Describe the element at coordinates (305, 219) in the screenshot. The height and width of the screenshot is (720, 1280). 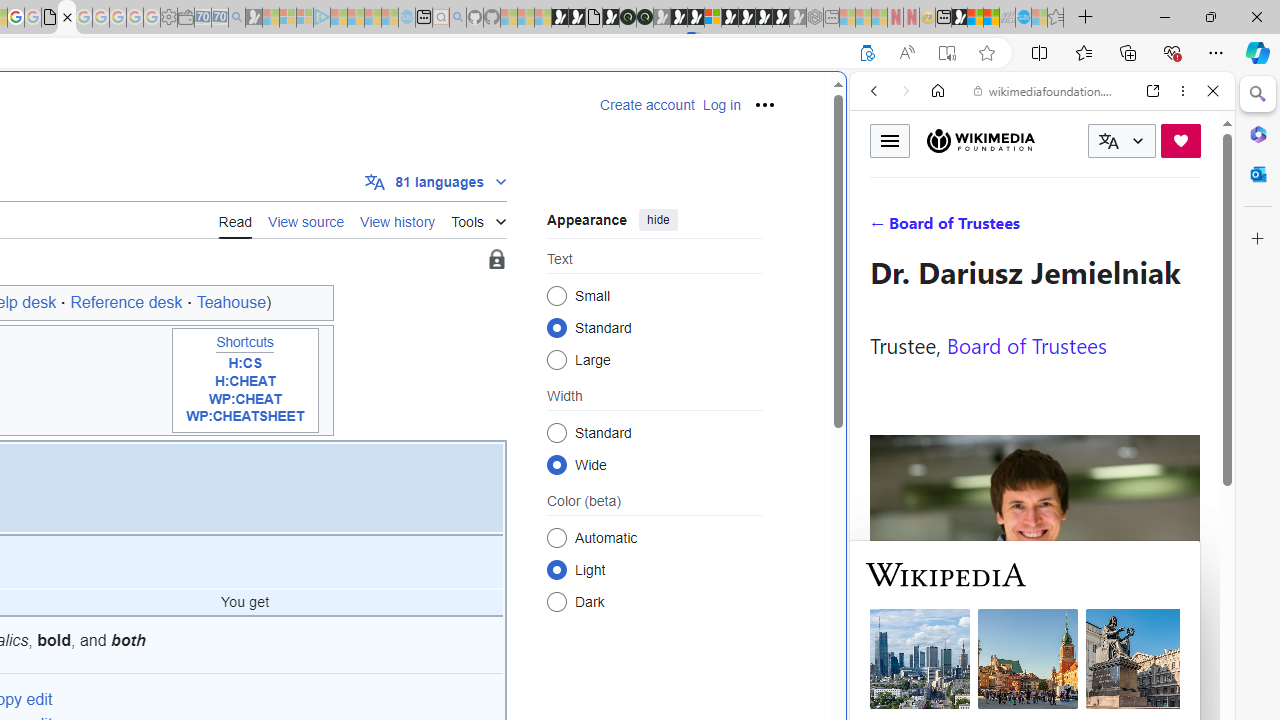
I see `'View source'` at that location.